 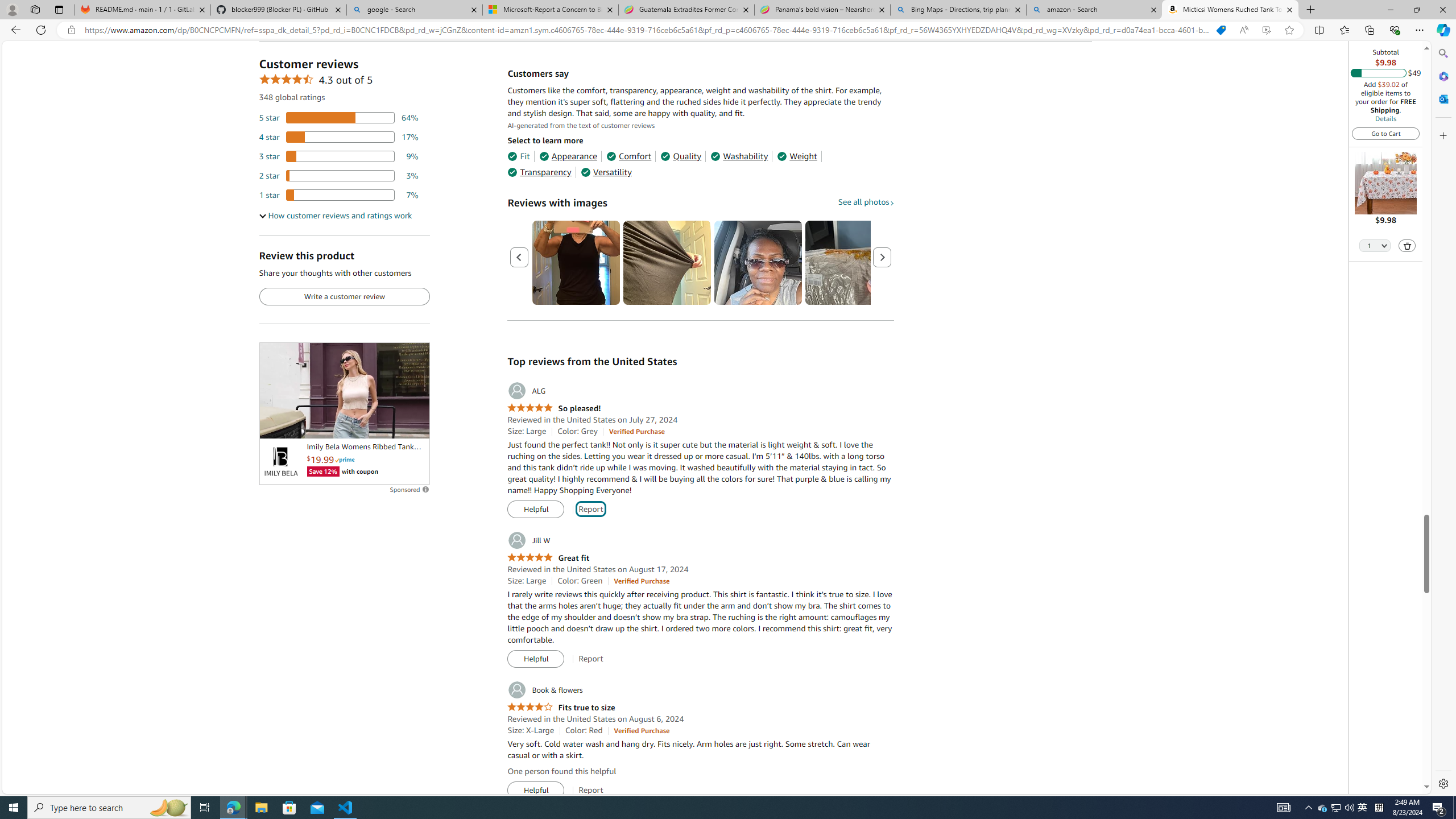 What do you see at coordinates (519, 257) in the screenshot?
I see `'Previous page'` at bounding box center [519, 257].